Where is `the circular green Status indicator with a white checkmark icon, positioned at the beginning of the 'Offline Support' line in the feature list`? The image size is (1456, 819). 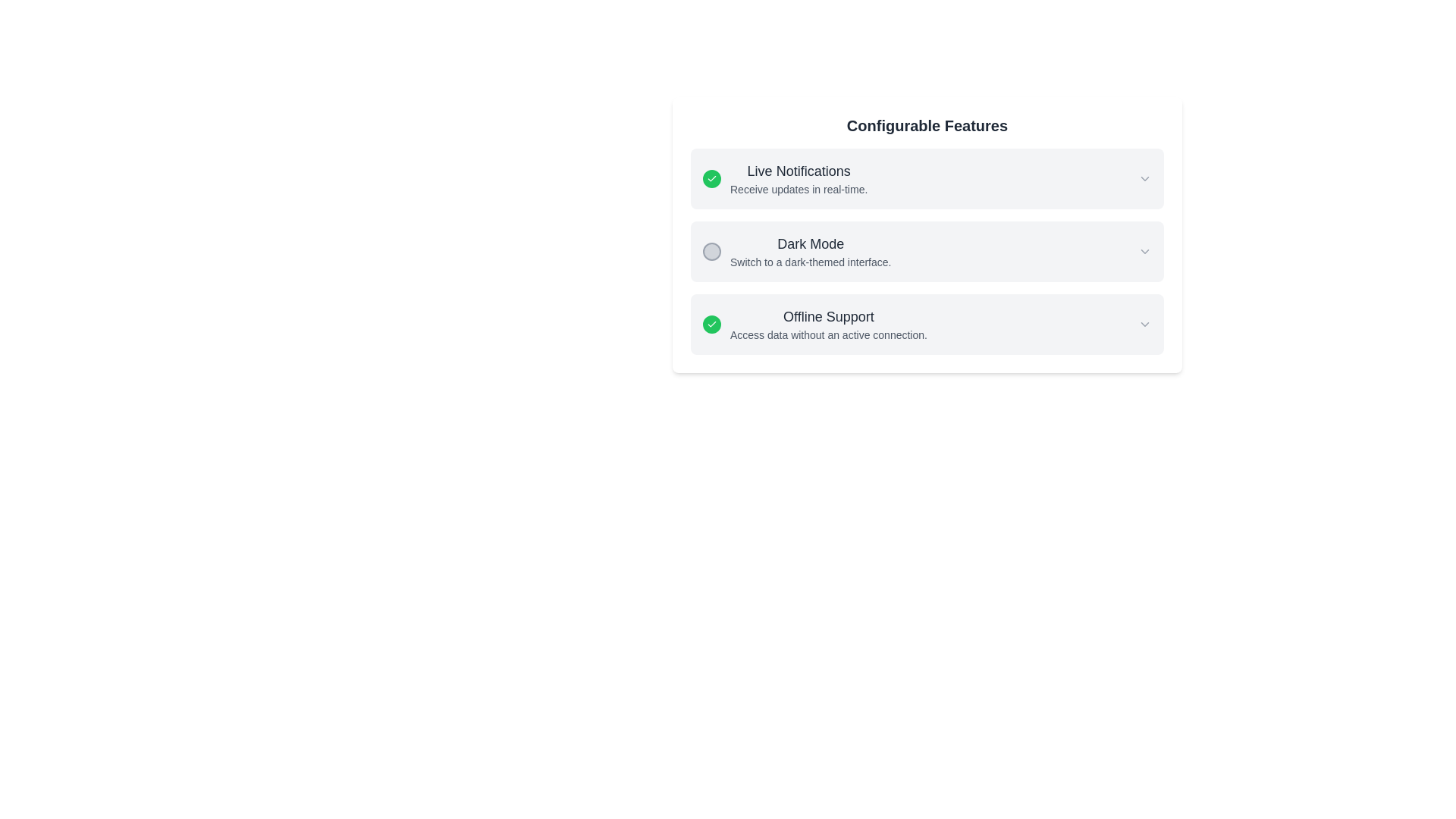 the circular green Status indicator with a white checkmark icon, positioned at the beginning of the 'Offline Support' line in the feature list is located at coordinates (711, 324).